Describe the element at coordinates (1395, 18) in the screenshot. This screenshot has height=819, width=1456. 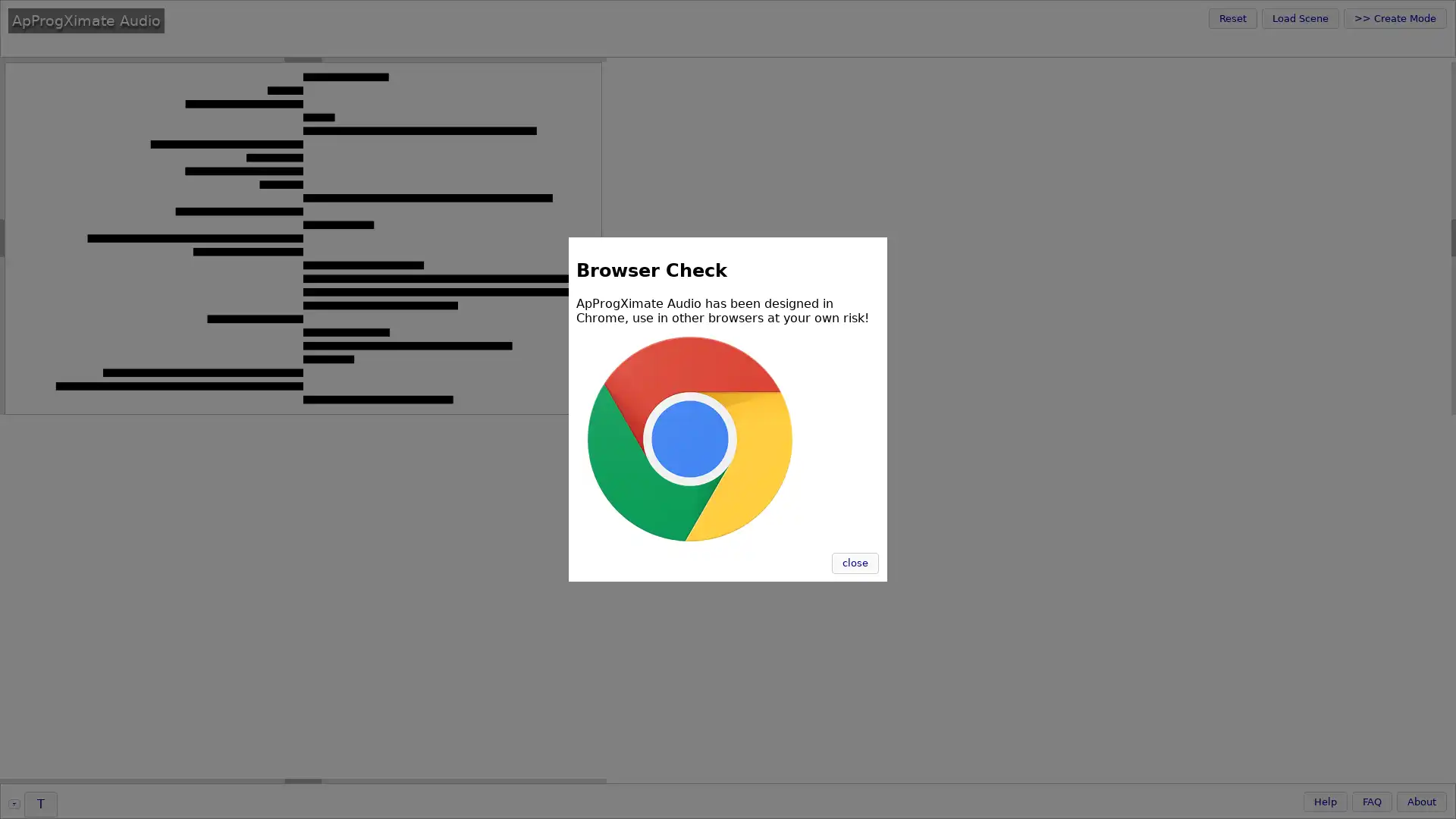
I see `>> Create Mode` at that location.